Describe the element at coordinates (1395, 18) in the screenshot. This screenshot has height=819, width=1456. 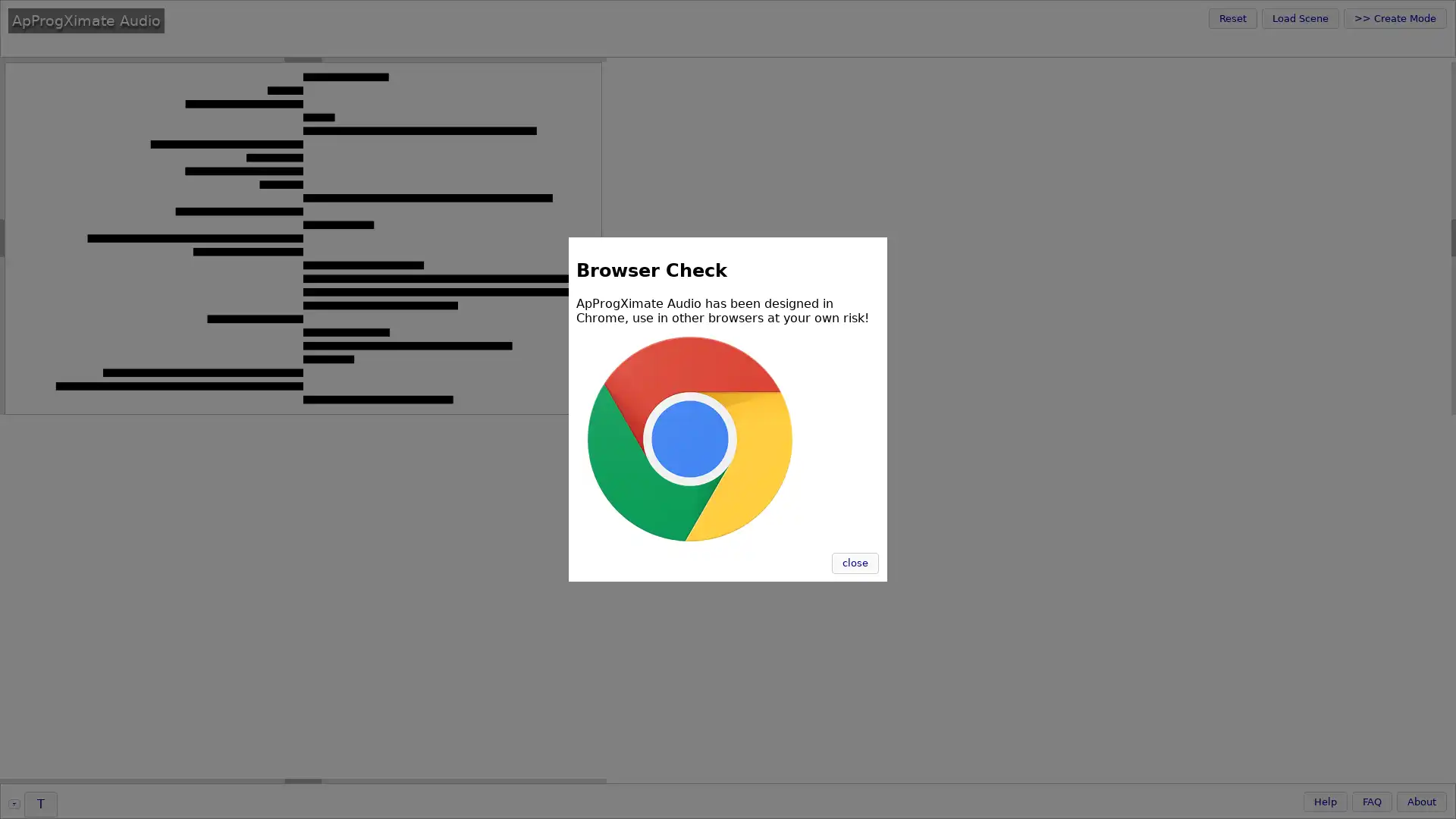
I see `>> Create Mode` at that location.